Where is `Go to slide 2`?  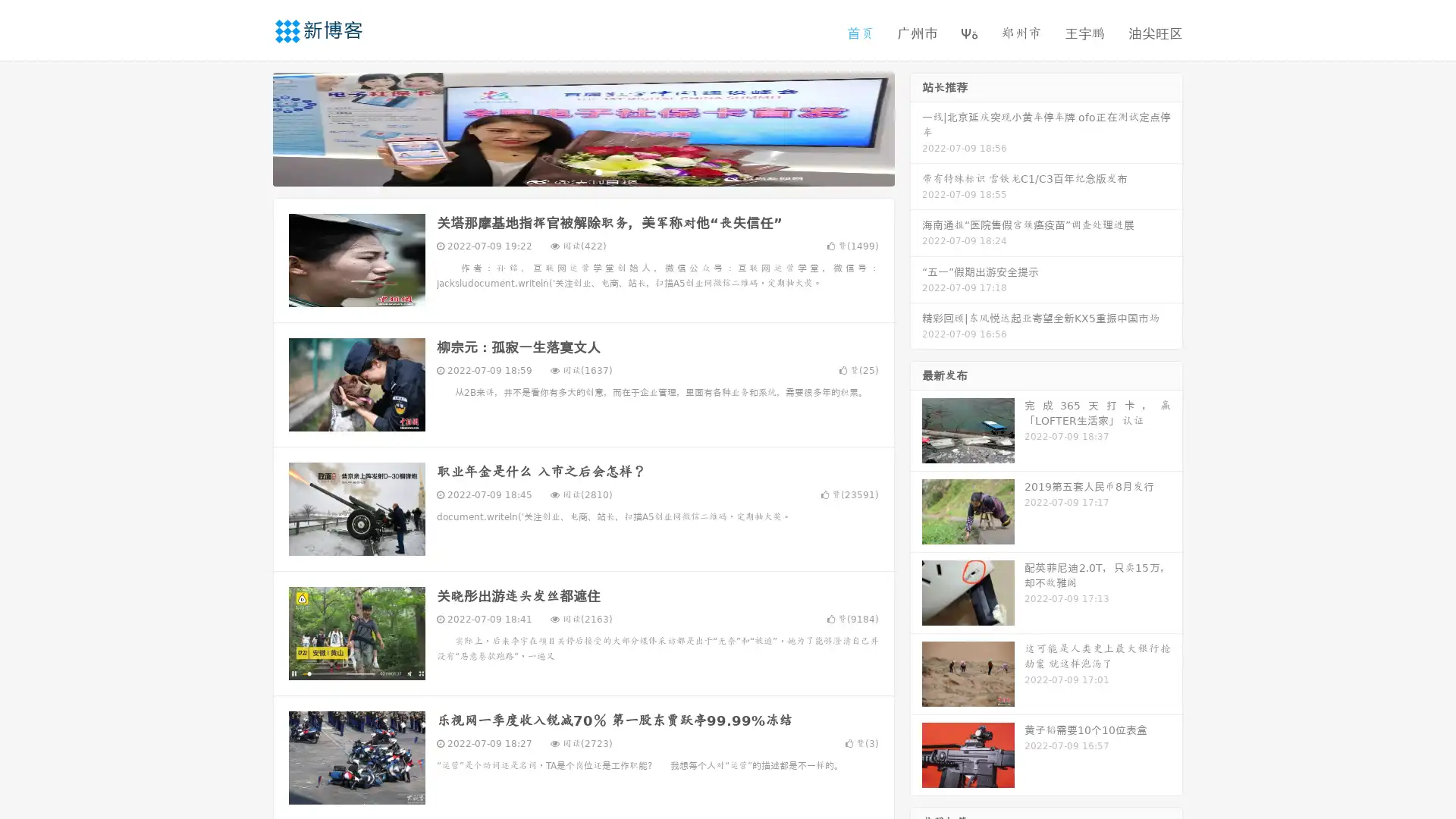
Go to slide 2 is located at coordinates (582, 171).